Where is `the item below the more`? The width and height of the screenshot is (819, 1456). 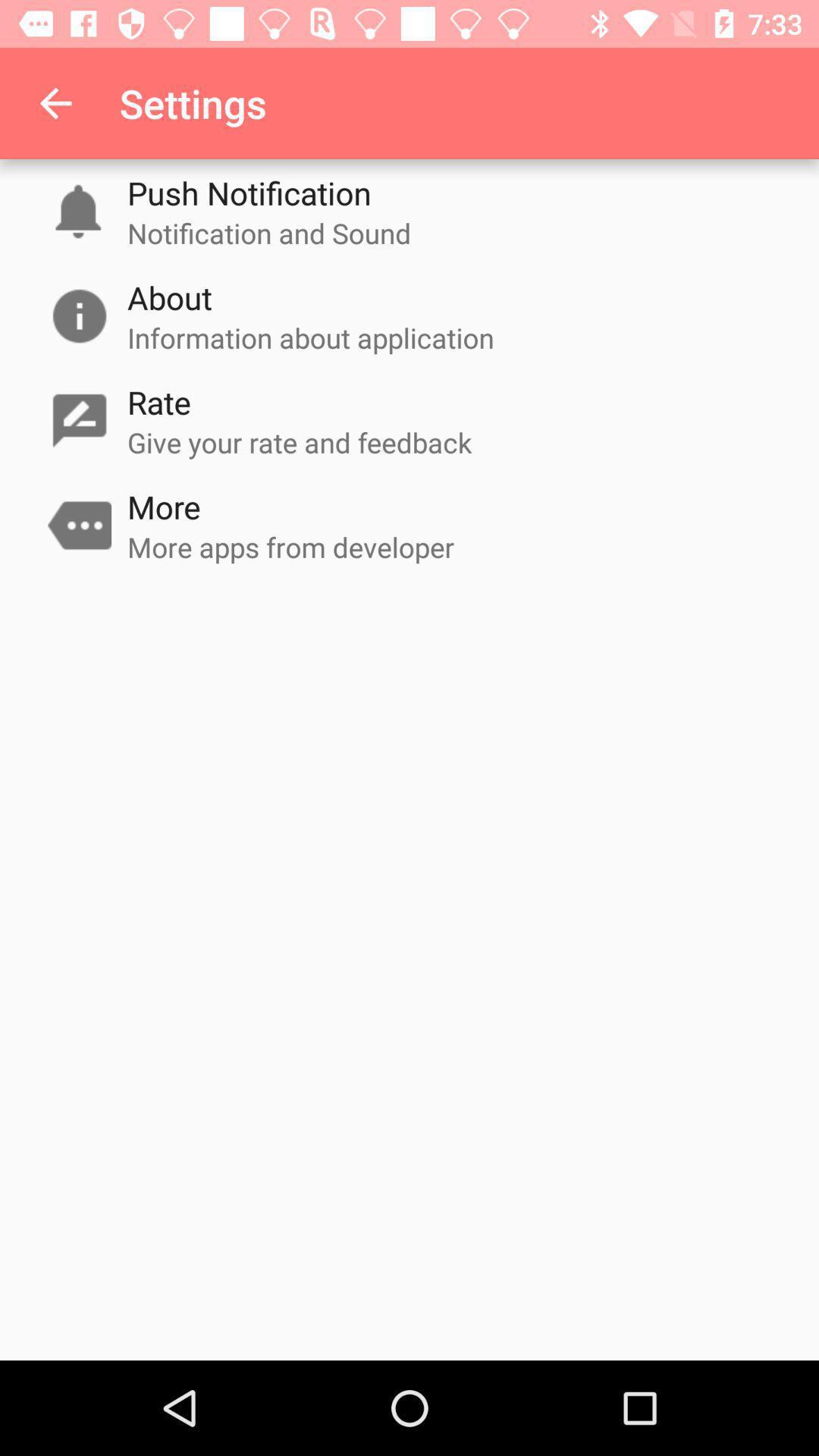
the item below the more is located at coordinates (290, 546).